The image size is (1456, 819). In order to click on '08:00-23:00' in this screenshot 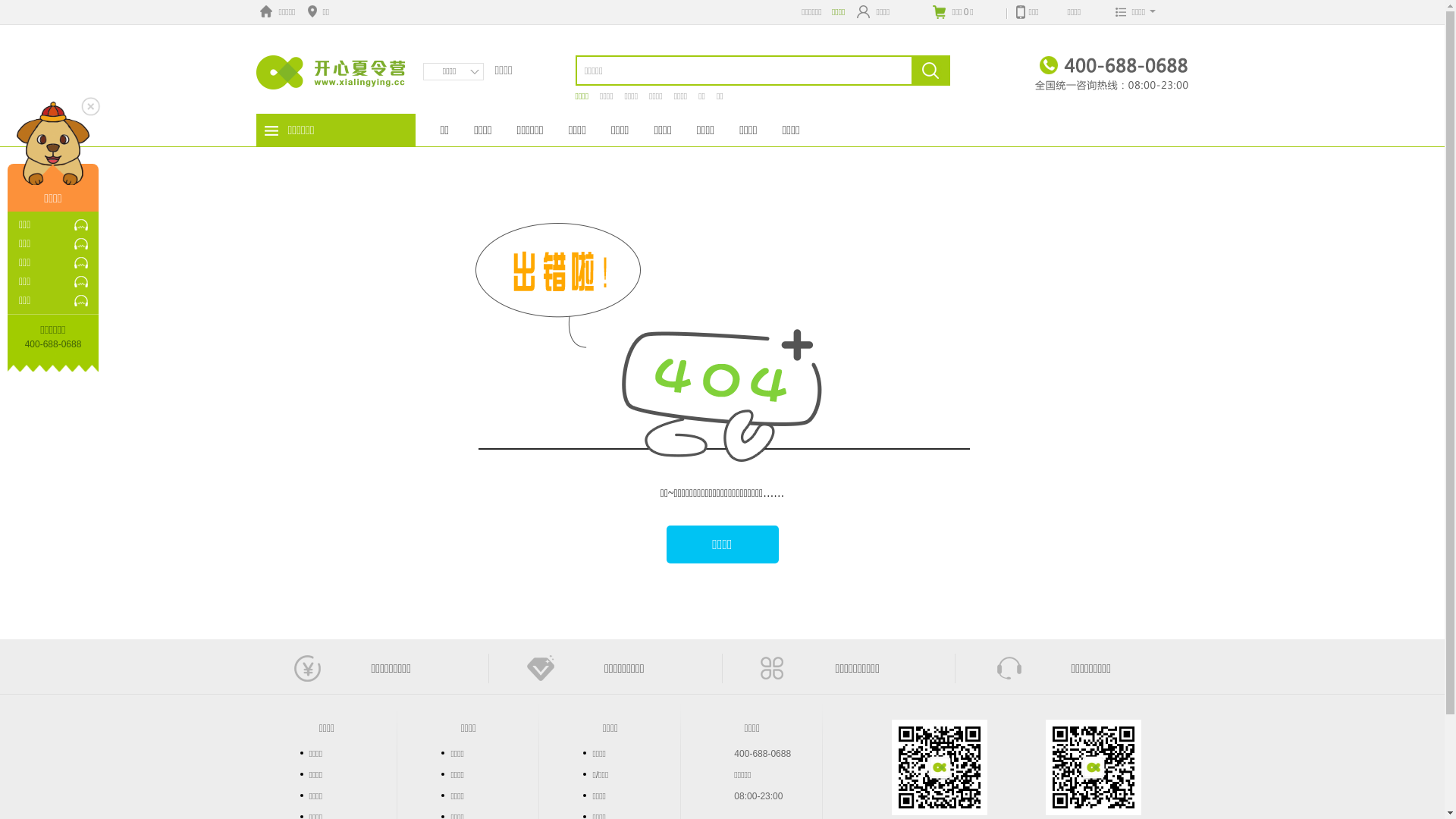, I will do `click(758, 795)`.